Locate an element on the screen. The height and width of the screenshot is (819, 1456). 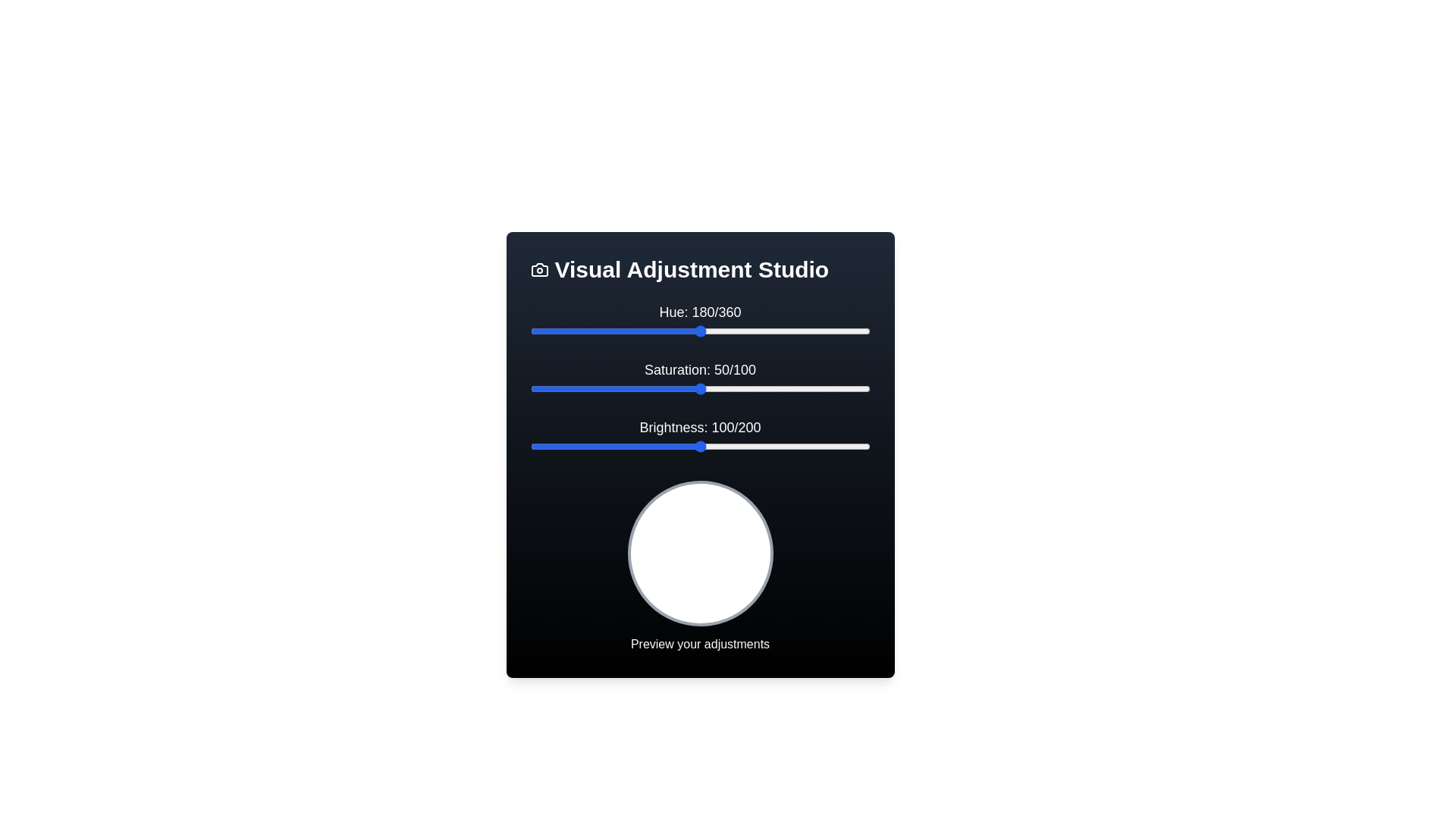
the 'Brightness' slider to 152 value is located at coordinates (789, 446).